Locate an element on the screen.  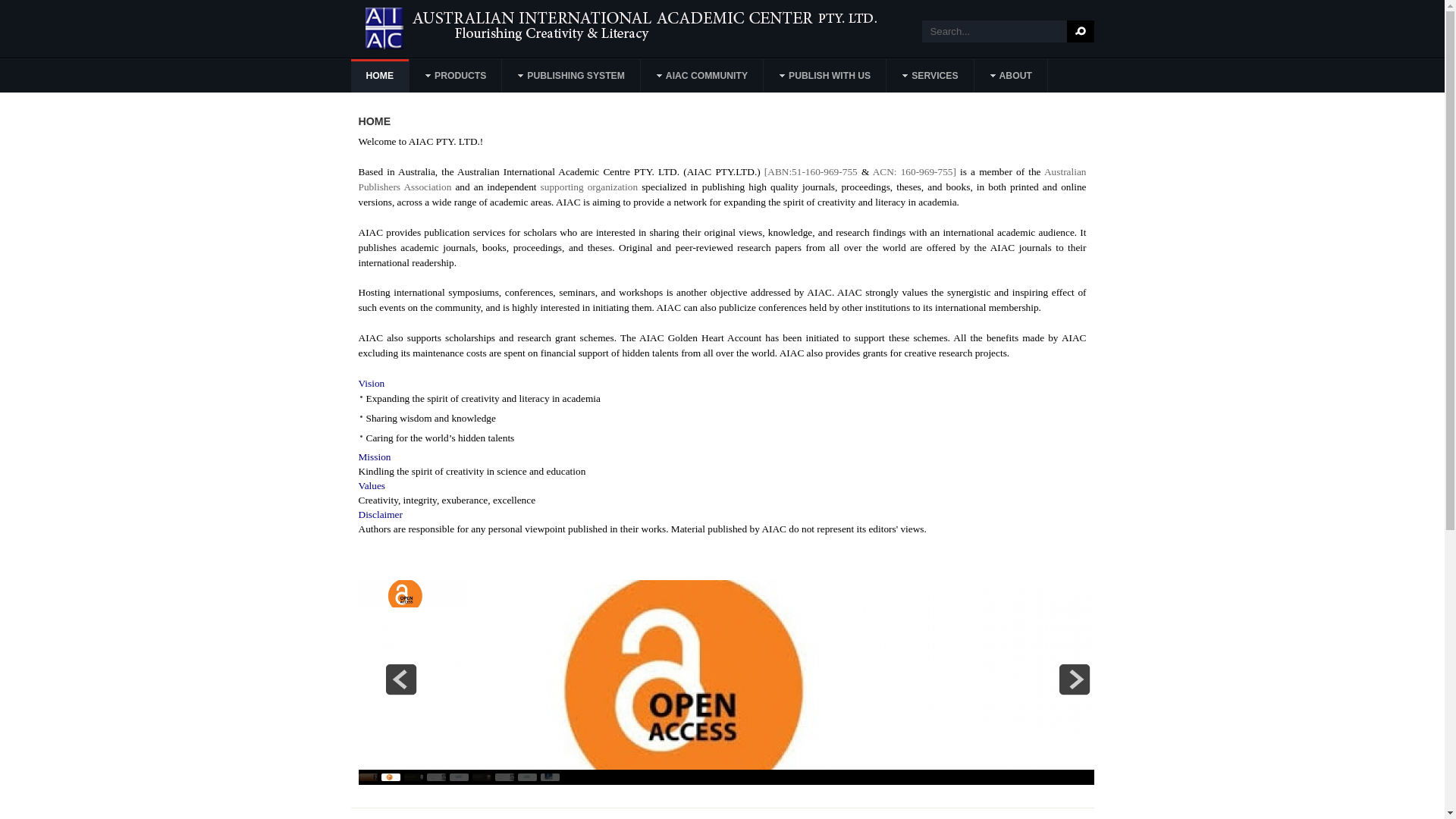
'ABN:51-160-969-755' is located at coordinates (811, 171).